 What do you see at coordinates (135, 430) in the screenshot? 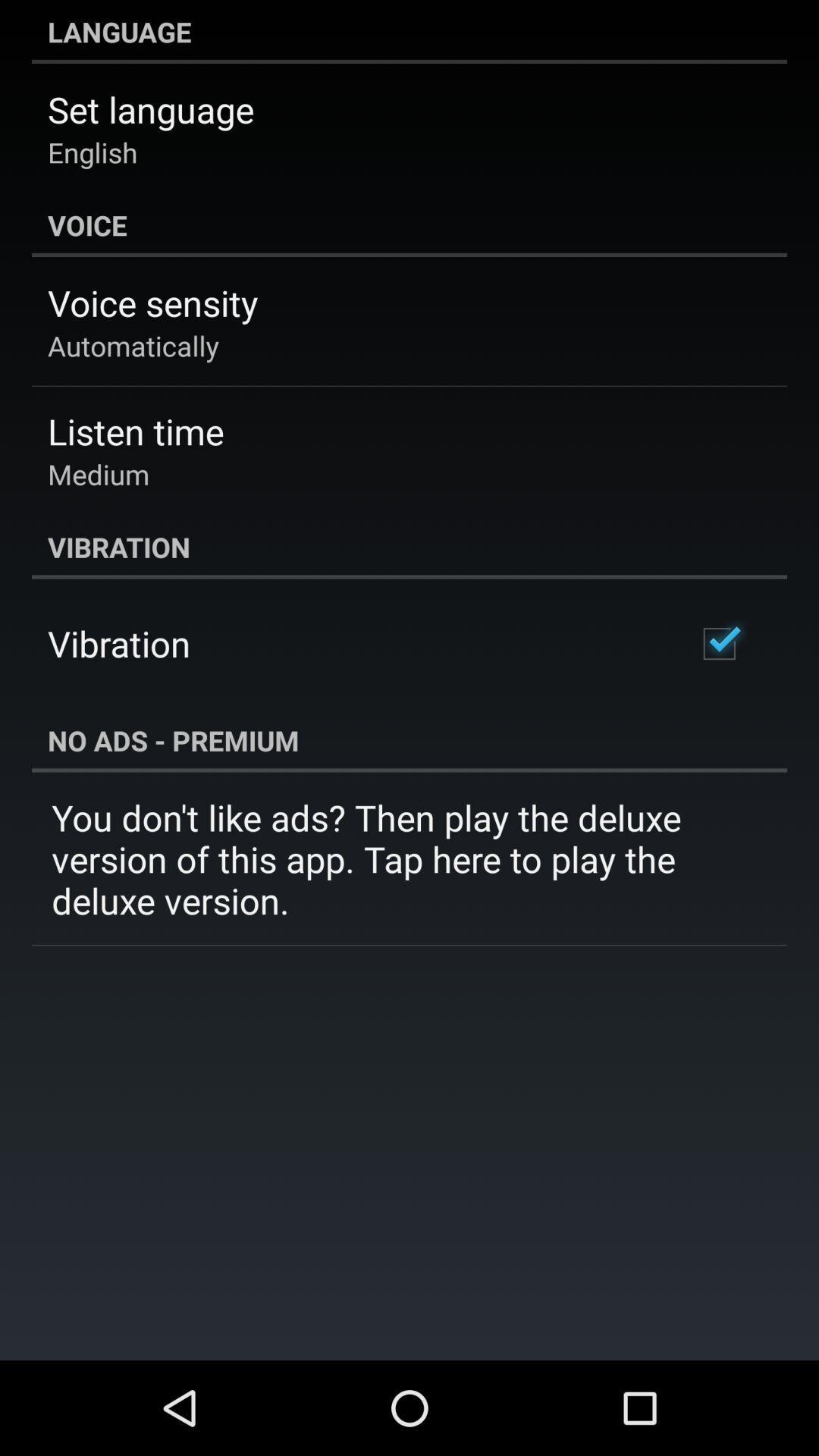
I see `listen time icon` at bounding box center [135, 430].